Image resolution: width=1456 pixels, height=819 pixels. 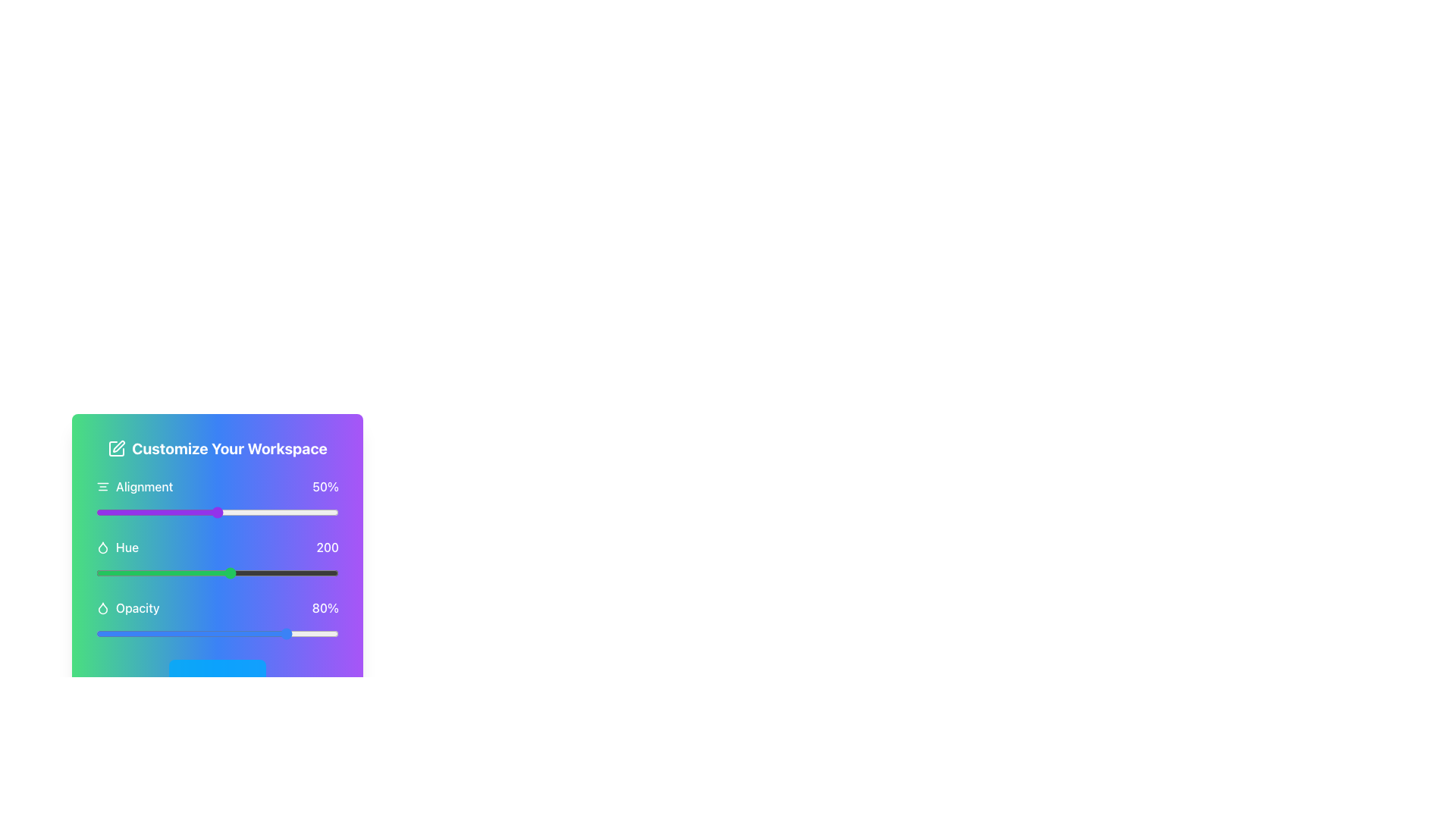 I want to click on displayed value from the text label showing '200' in the 'Hue' section of the 'Customize Your Workspace' panel, located on the right side adjacent to the hue slider bar, so click(x=327, y=547).